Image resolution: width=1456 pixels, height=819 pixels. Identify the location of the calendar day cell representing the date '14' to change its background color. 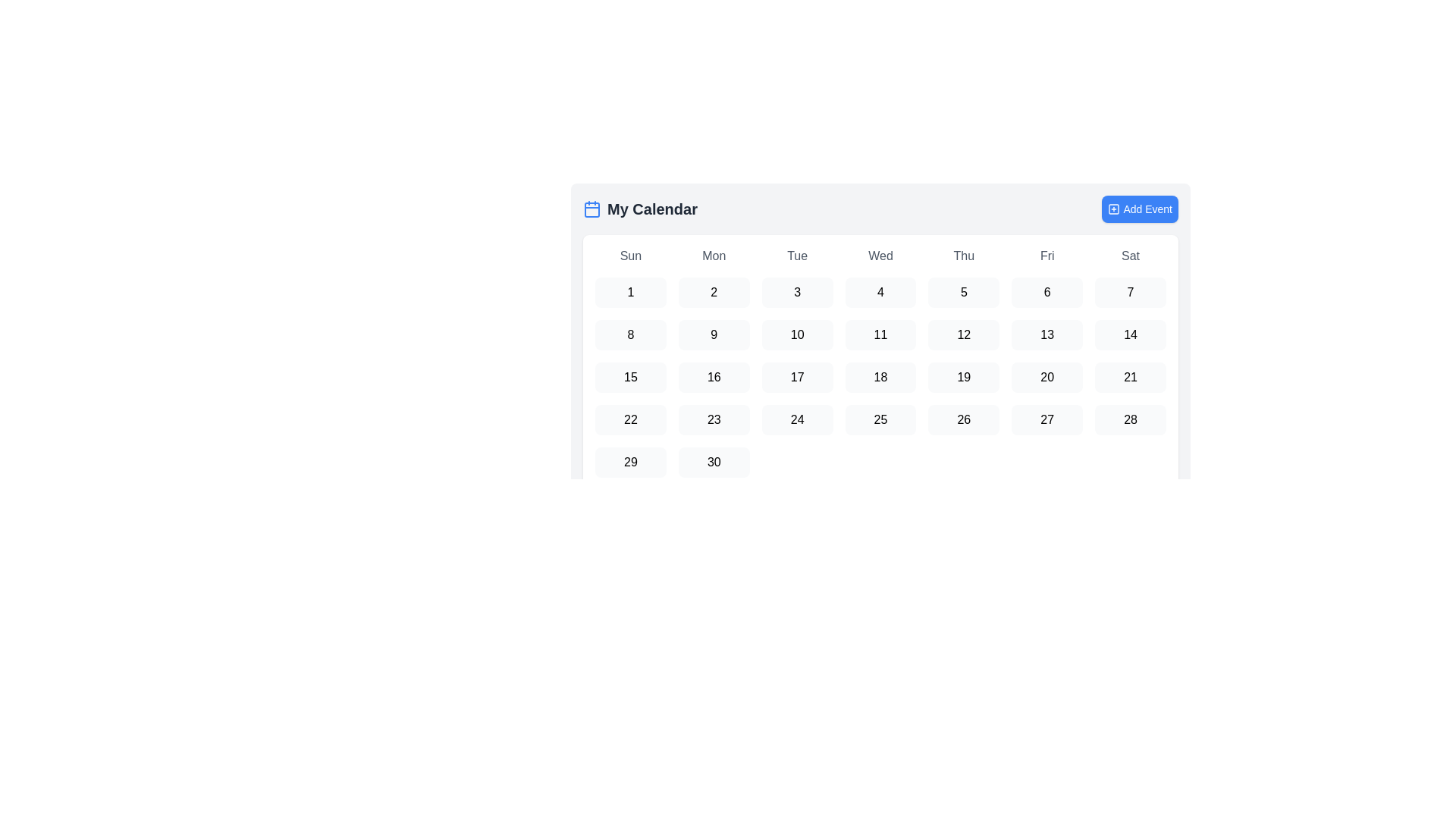
(1131, 334).